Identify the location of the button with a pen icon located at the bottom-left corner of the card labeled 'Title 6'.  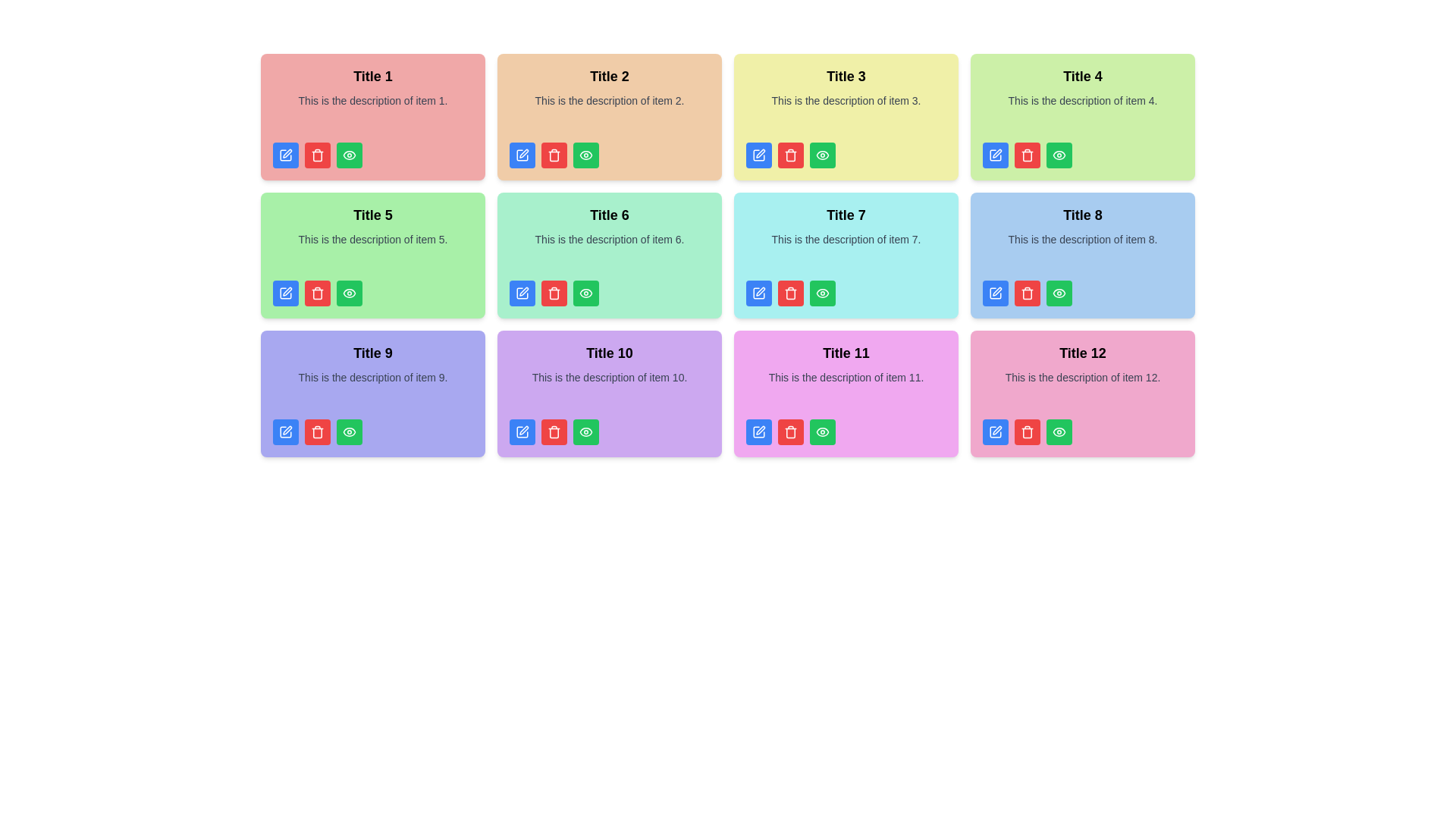
(522, 293).